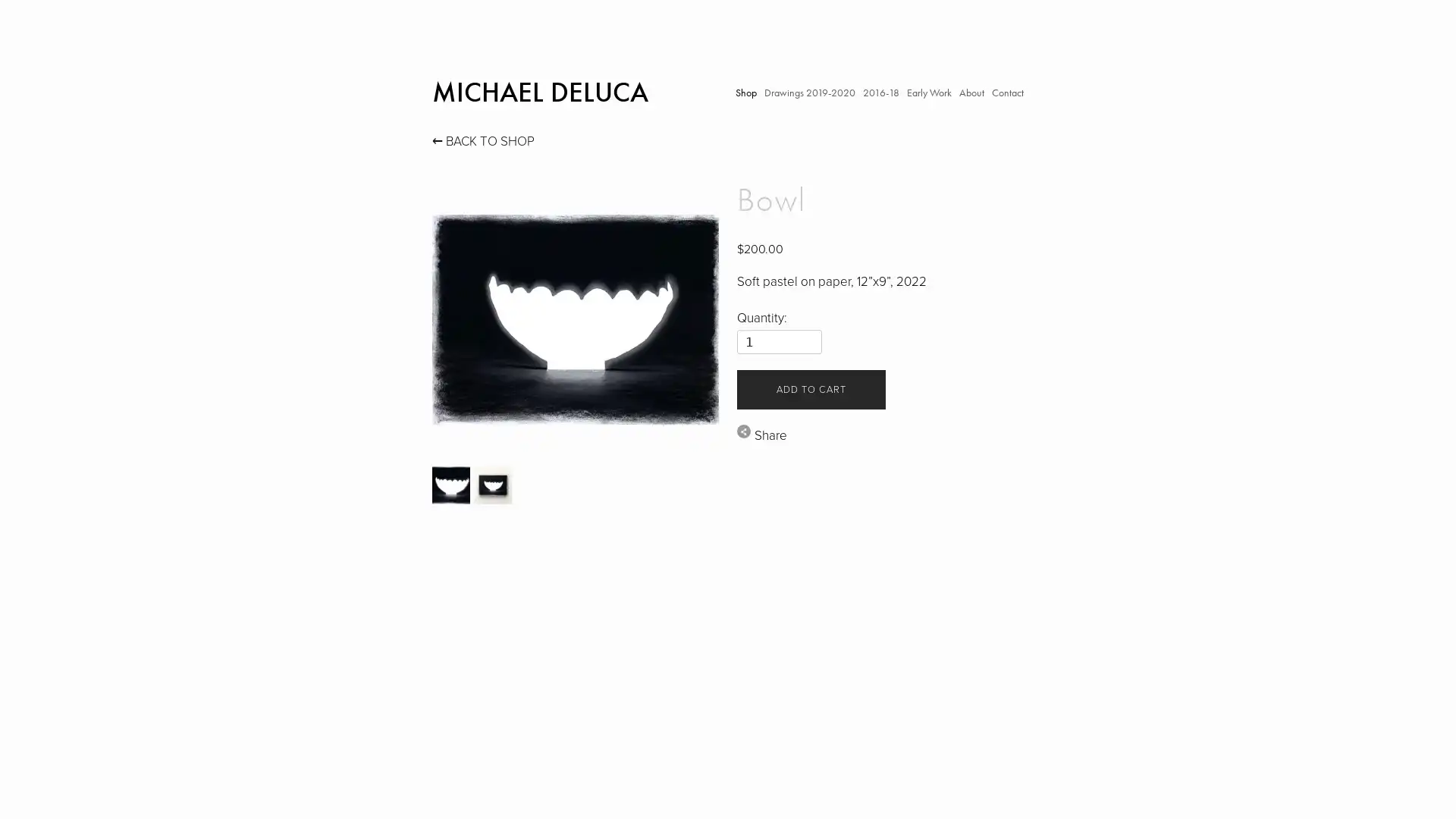 The image size is (1456, 819). What do you see at coordinates (810, 388) in the screenshot?
I see `ADD TO CART` at bounding box center [810, 388].